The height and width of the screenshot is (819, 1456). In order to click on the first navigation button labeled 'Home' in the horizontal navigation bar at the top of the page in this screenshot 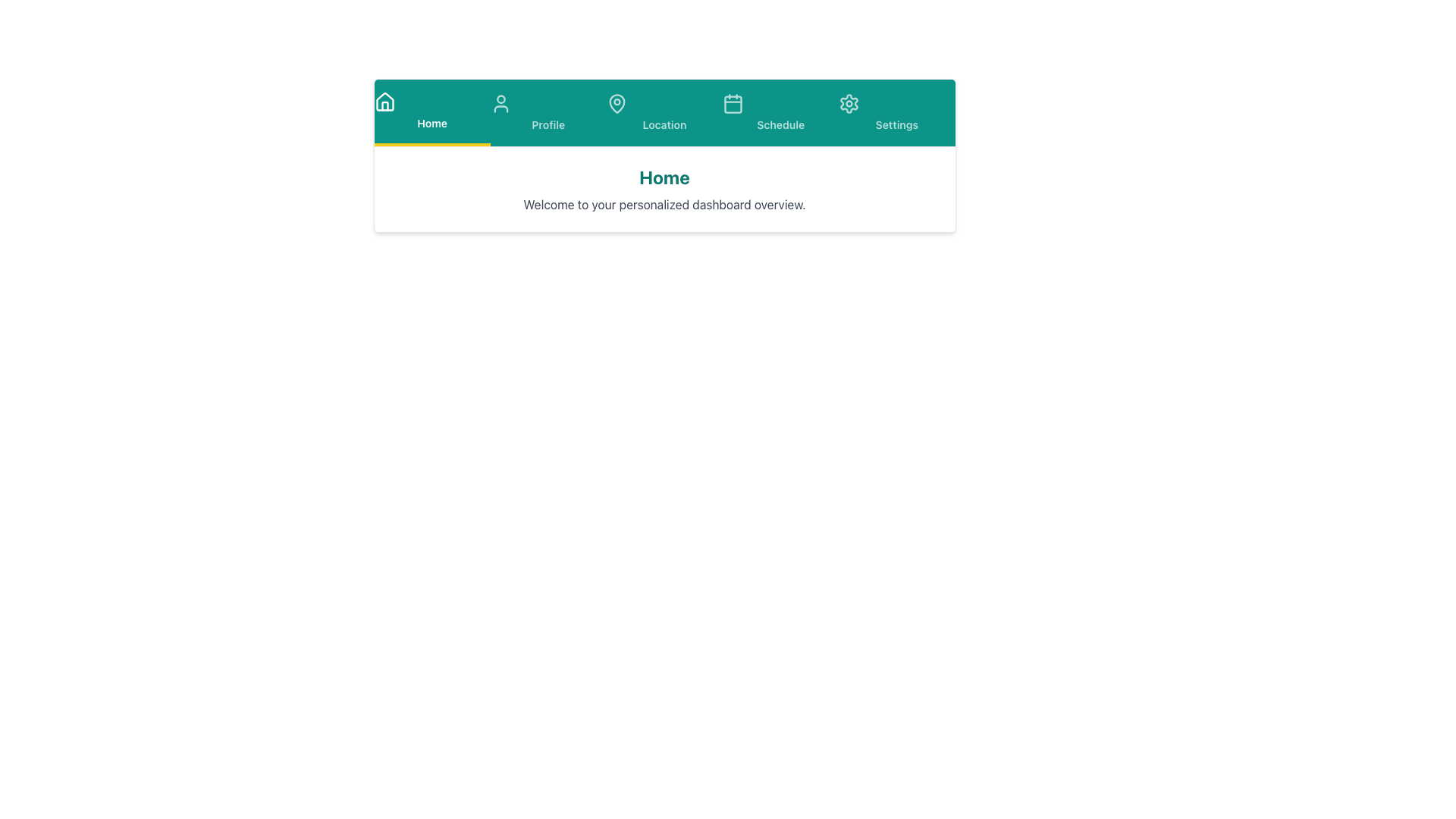, I will do `click(431, 112)`.